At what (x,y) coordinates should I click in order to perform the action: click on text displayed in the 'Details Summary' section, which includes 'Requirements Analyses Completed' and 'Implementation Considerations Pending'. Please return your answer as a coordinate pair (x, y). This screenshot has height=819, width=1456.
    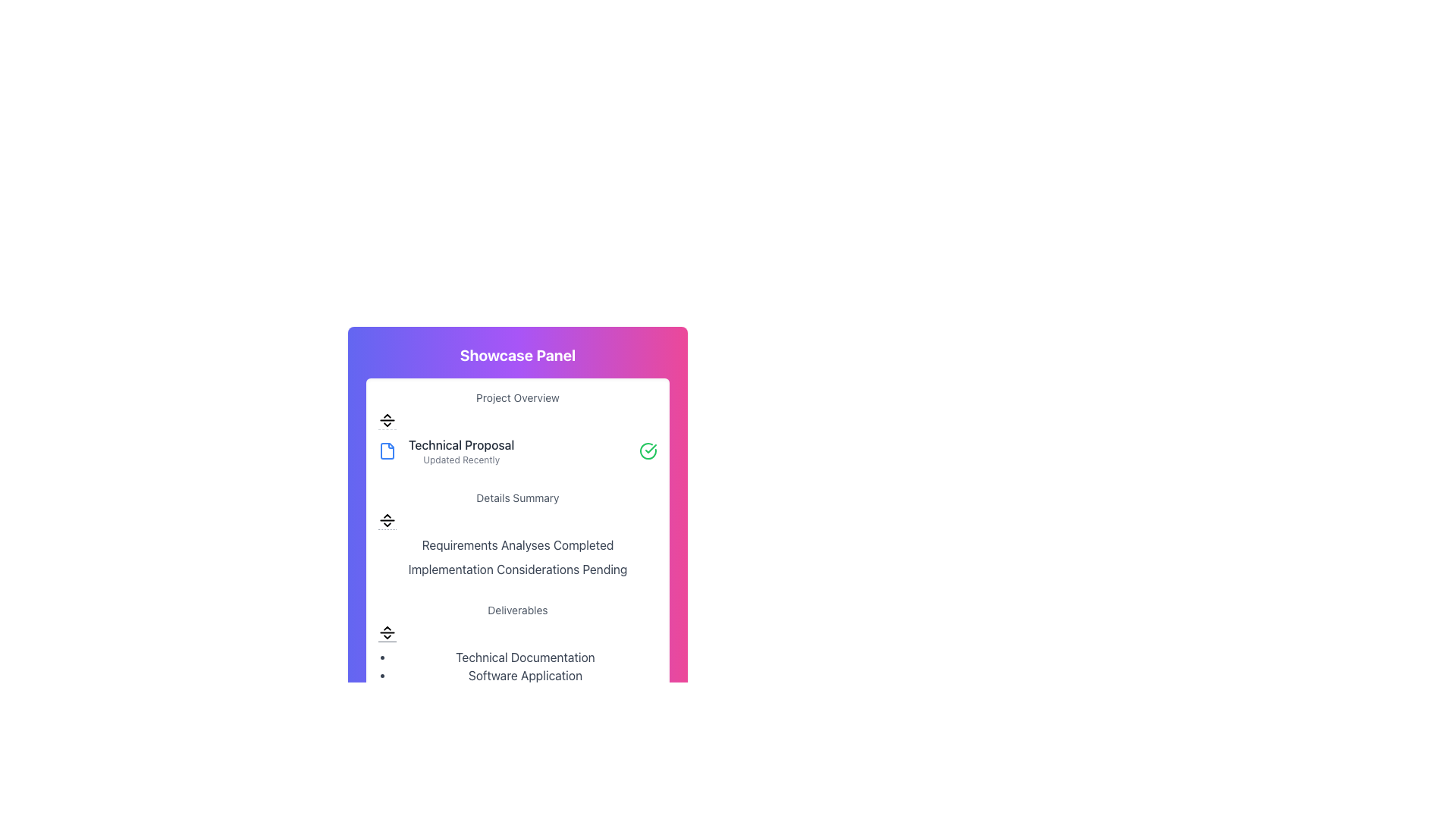
    Looking at the image, I should click on (517, 534).